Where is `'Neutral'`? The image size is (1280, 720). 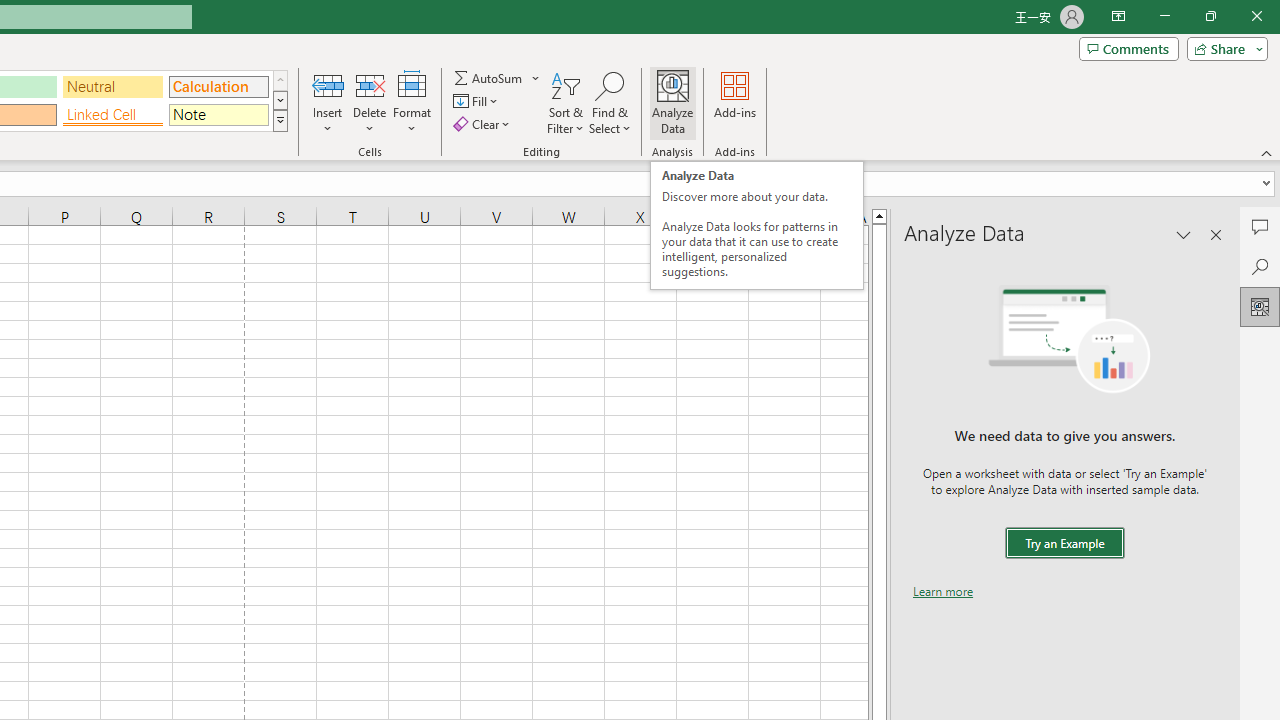
'Neutral' is located at coordinates (112, 85).